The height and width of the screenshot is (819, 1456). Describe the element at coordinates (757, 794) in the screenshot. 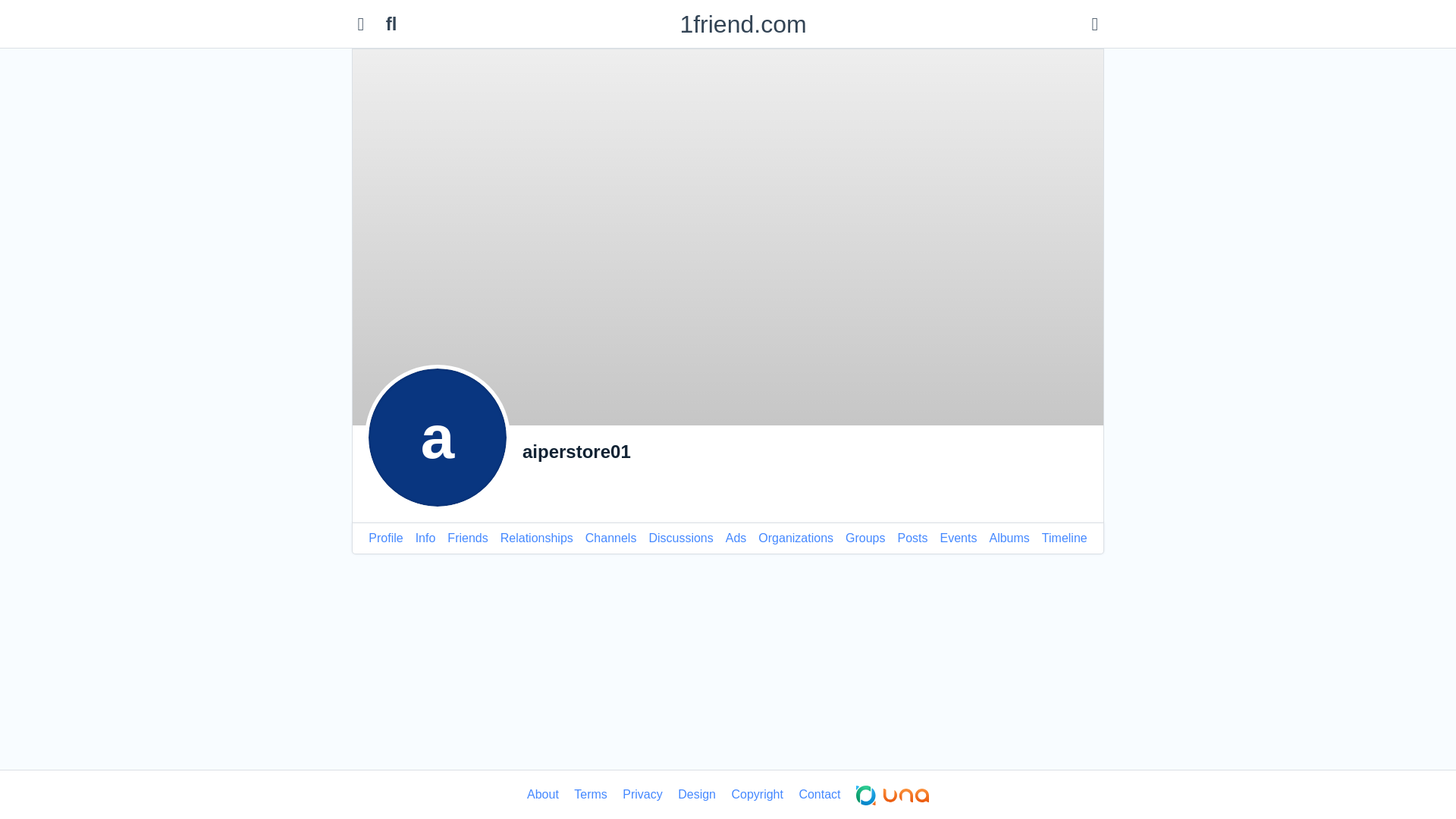

I see `'Copyright'` at that location.